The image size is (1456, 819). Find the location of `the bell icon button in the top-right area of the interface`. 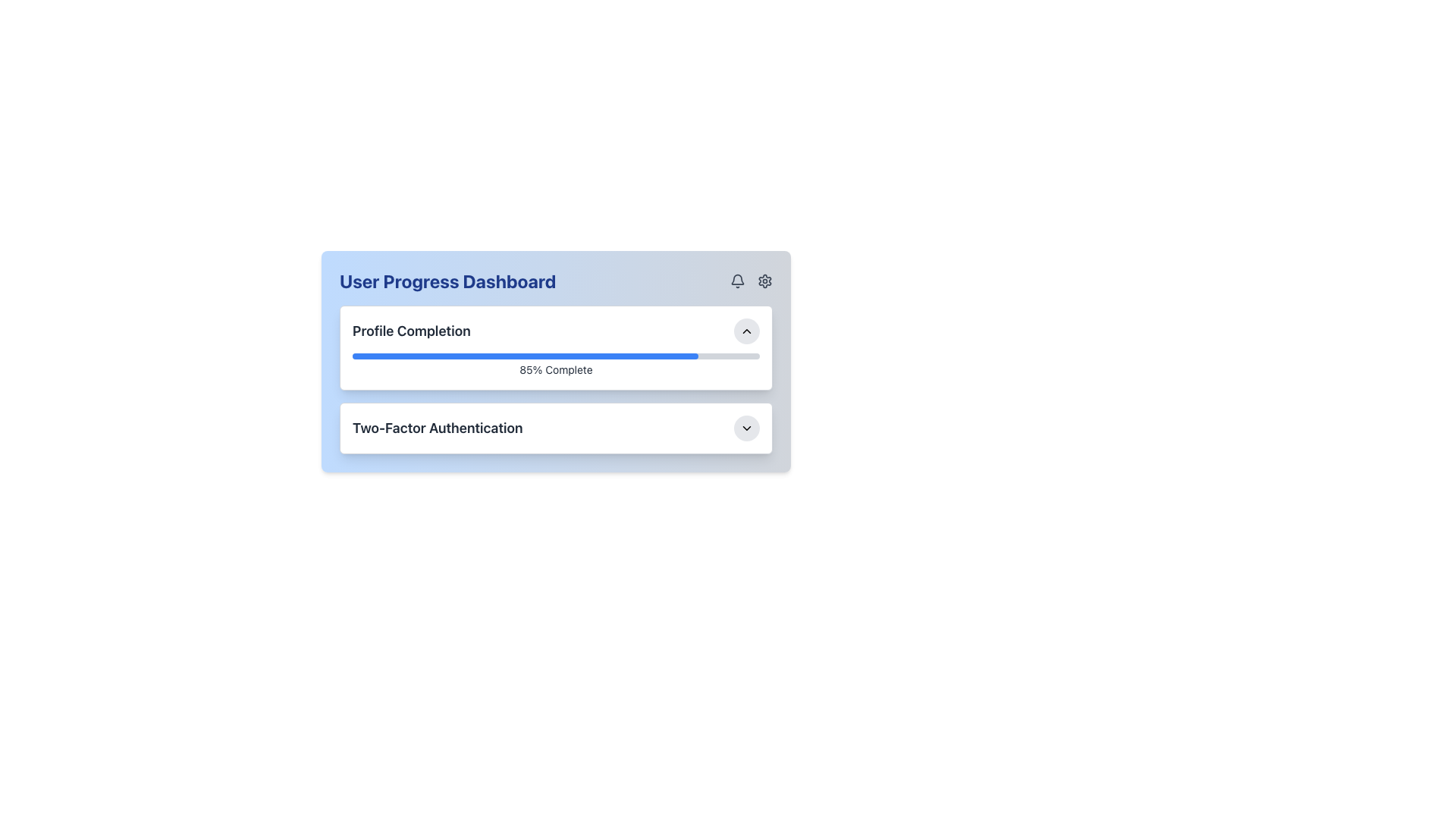

the bell icon button in the top-right area of the interface is located at coordinates (738, 281).